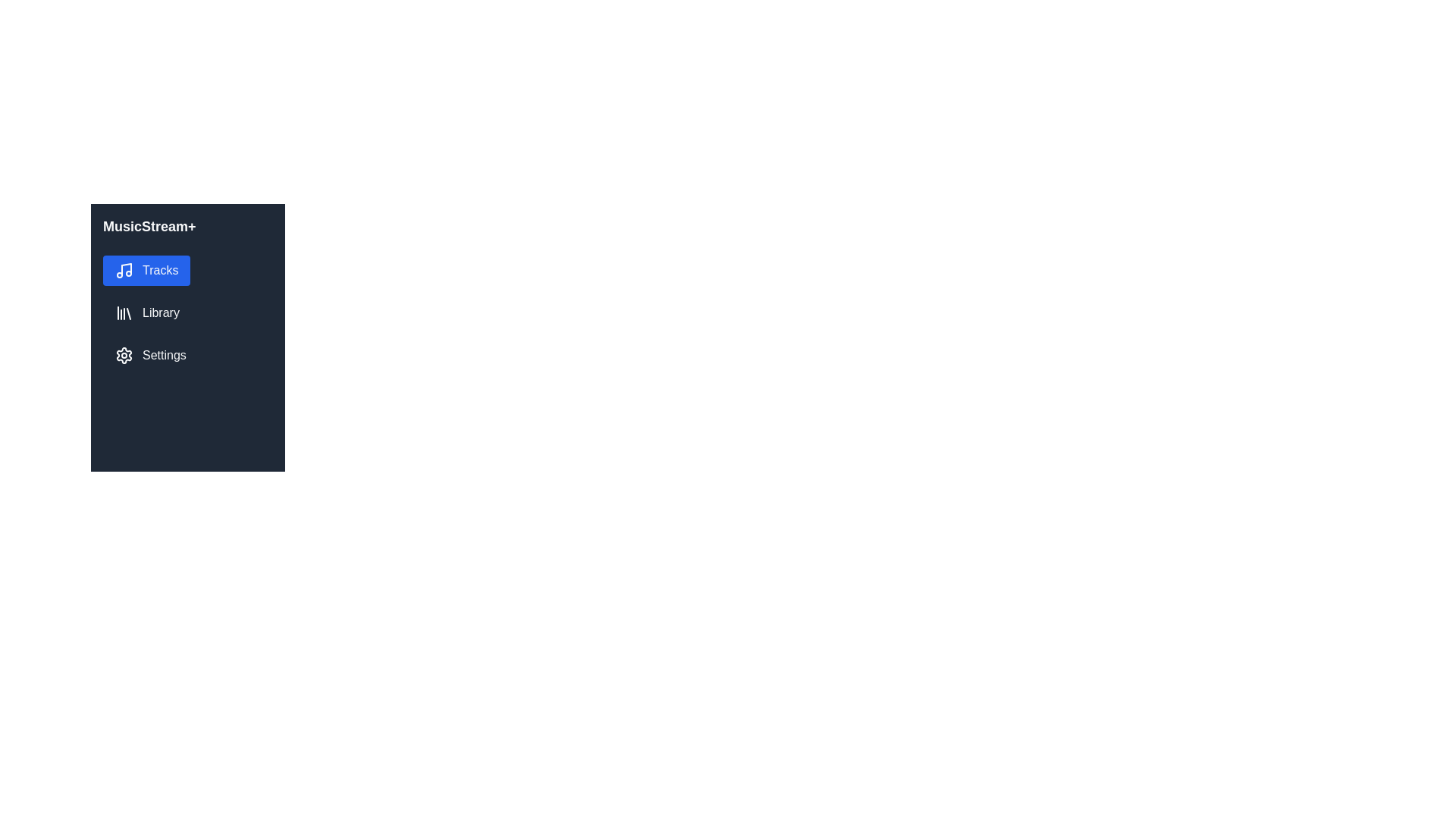  I want to click on the gear-shaped settings icon located to the left of the 'Settings' text in the vertical navigation menu, which has a clean, minimalist design and is visually distinct against a dark background, so click(124, 356).